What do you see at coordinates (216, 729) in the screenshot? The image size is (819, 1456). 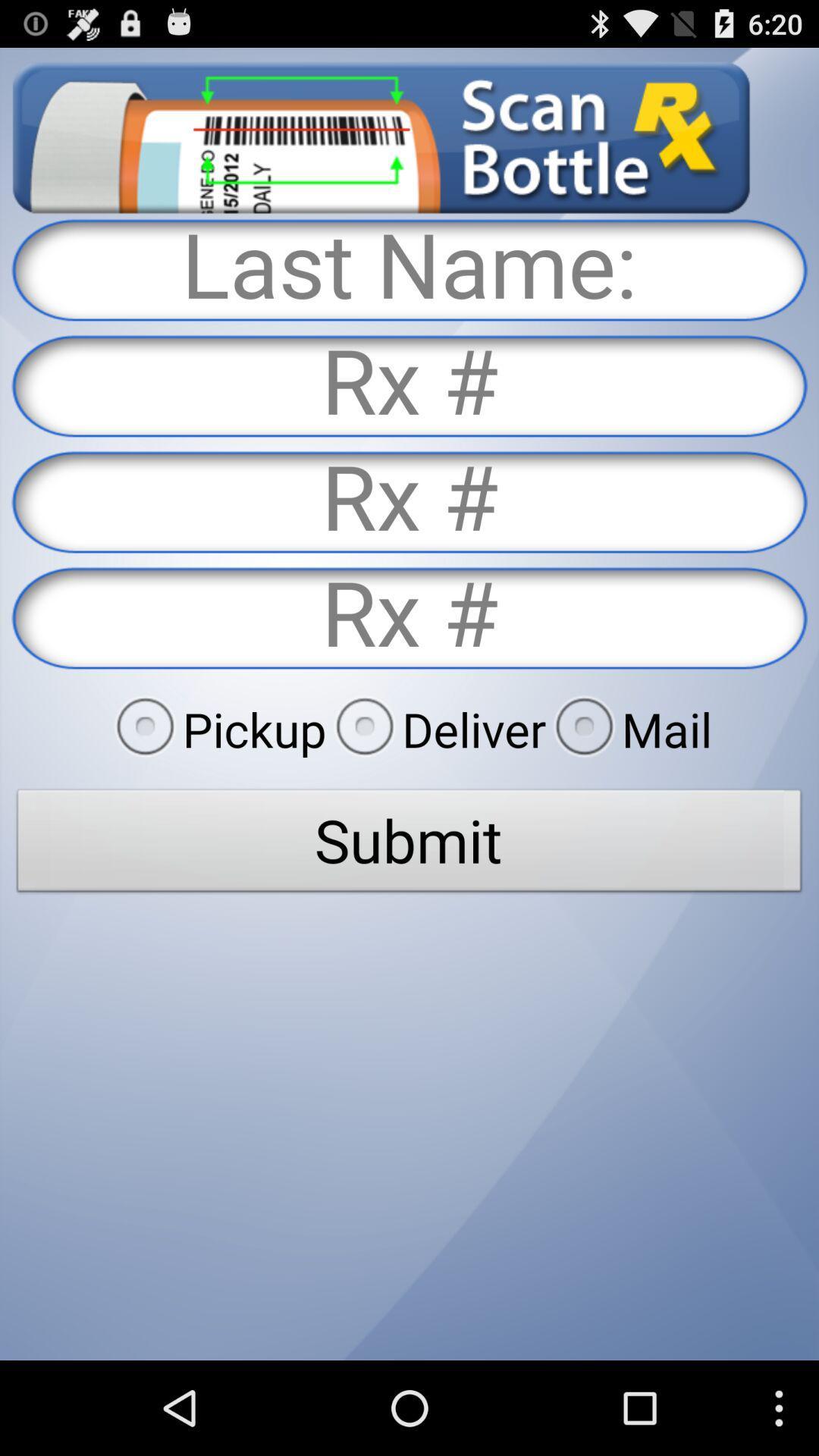 I see `the pickup item` at bounding box center [216, 729].